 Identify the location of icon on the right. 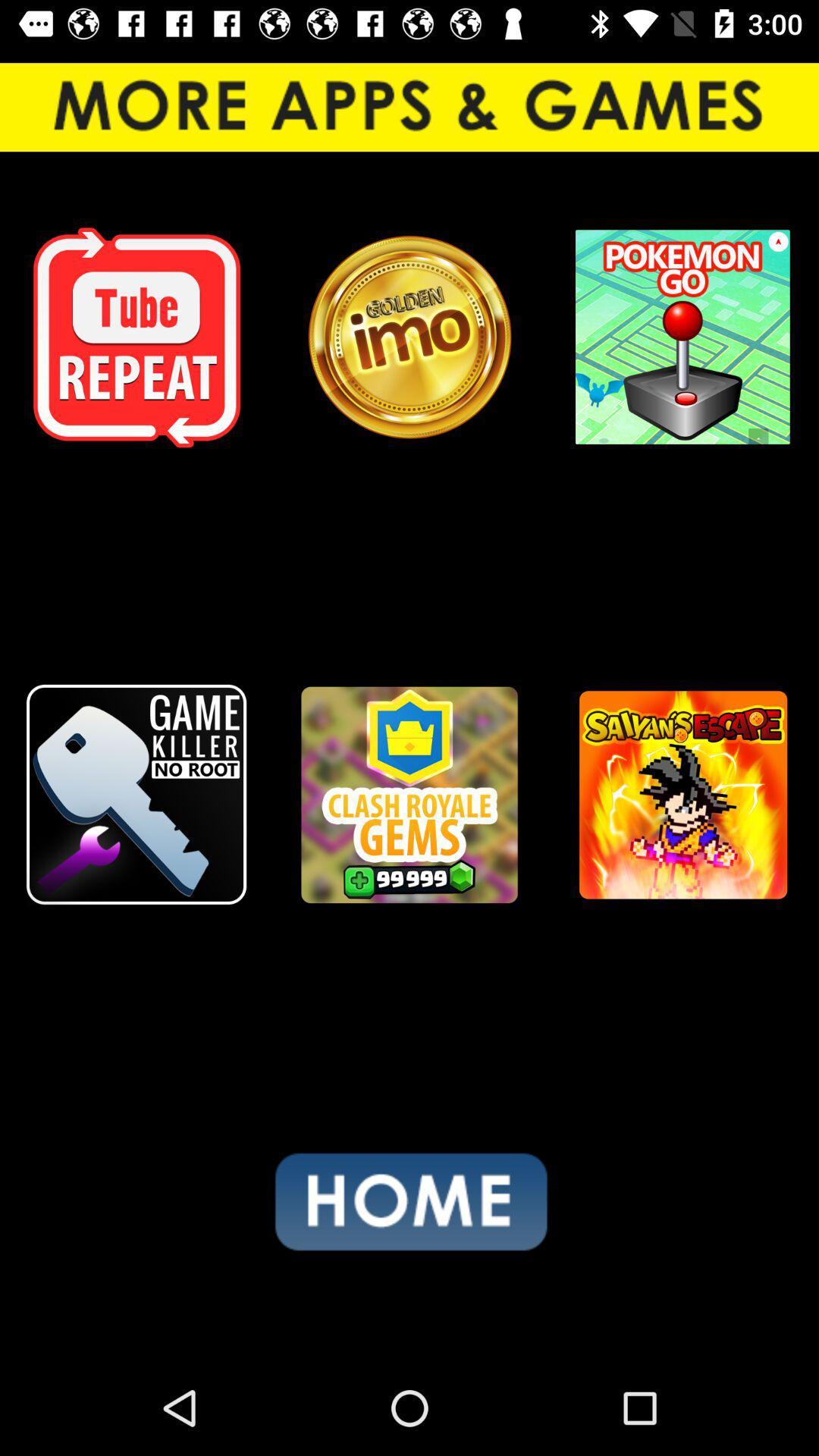
(681, 794).